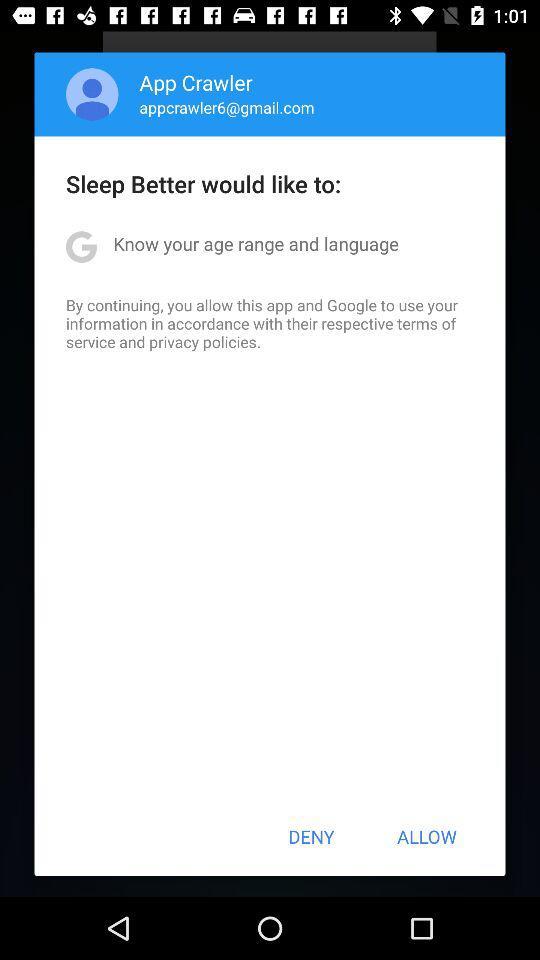 This screenshot has width=540, height=960. What do you see at coordinates (226, 107) in the screenshot?
I see `the appcrawler6@gmail.com app` at bounding box center [226, 107].